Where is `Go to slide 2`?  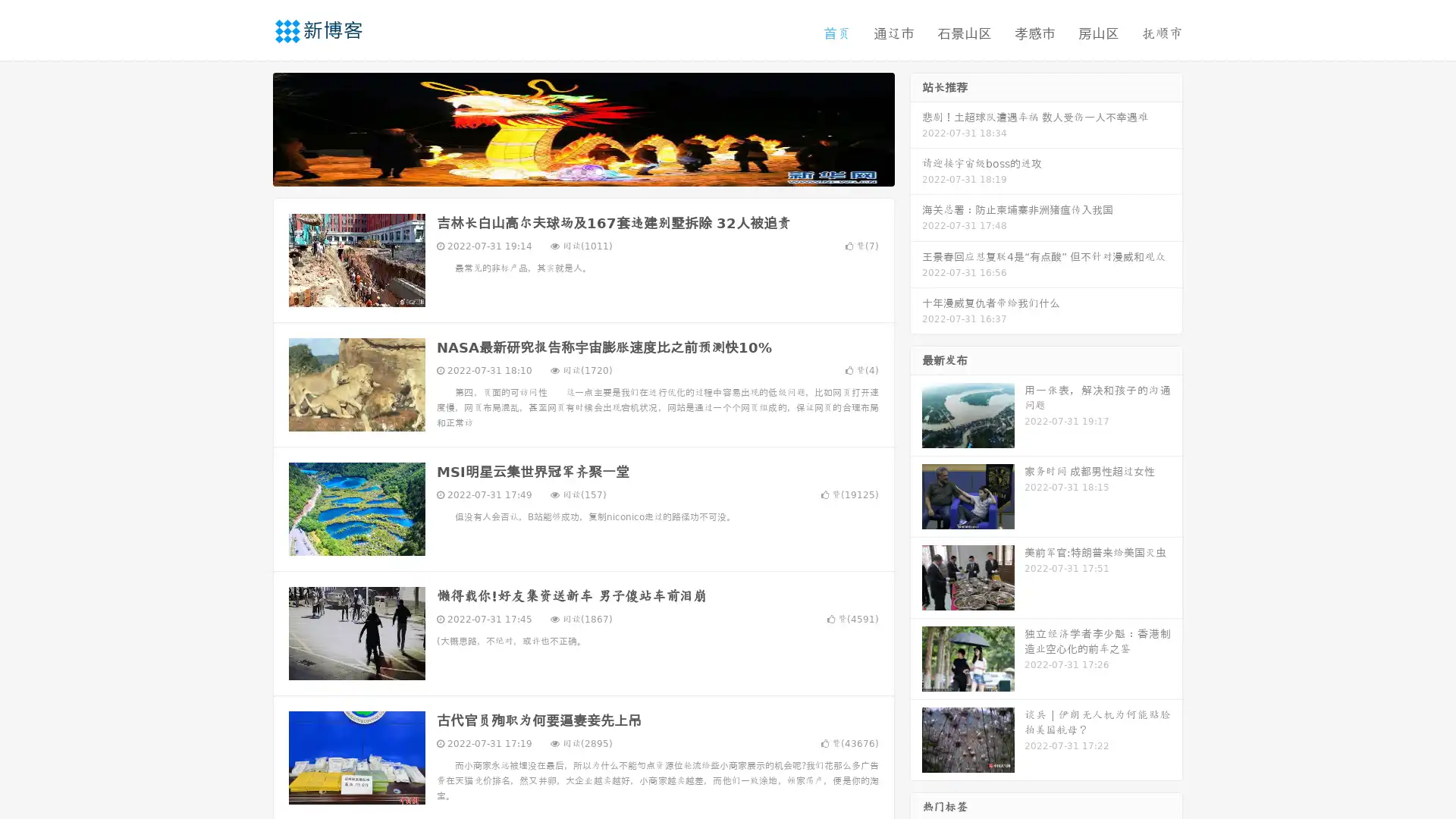
Go to slide 2 is located at coordinates (582, 171).